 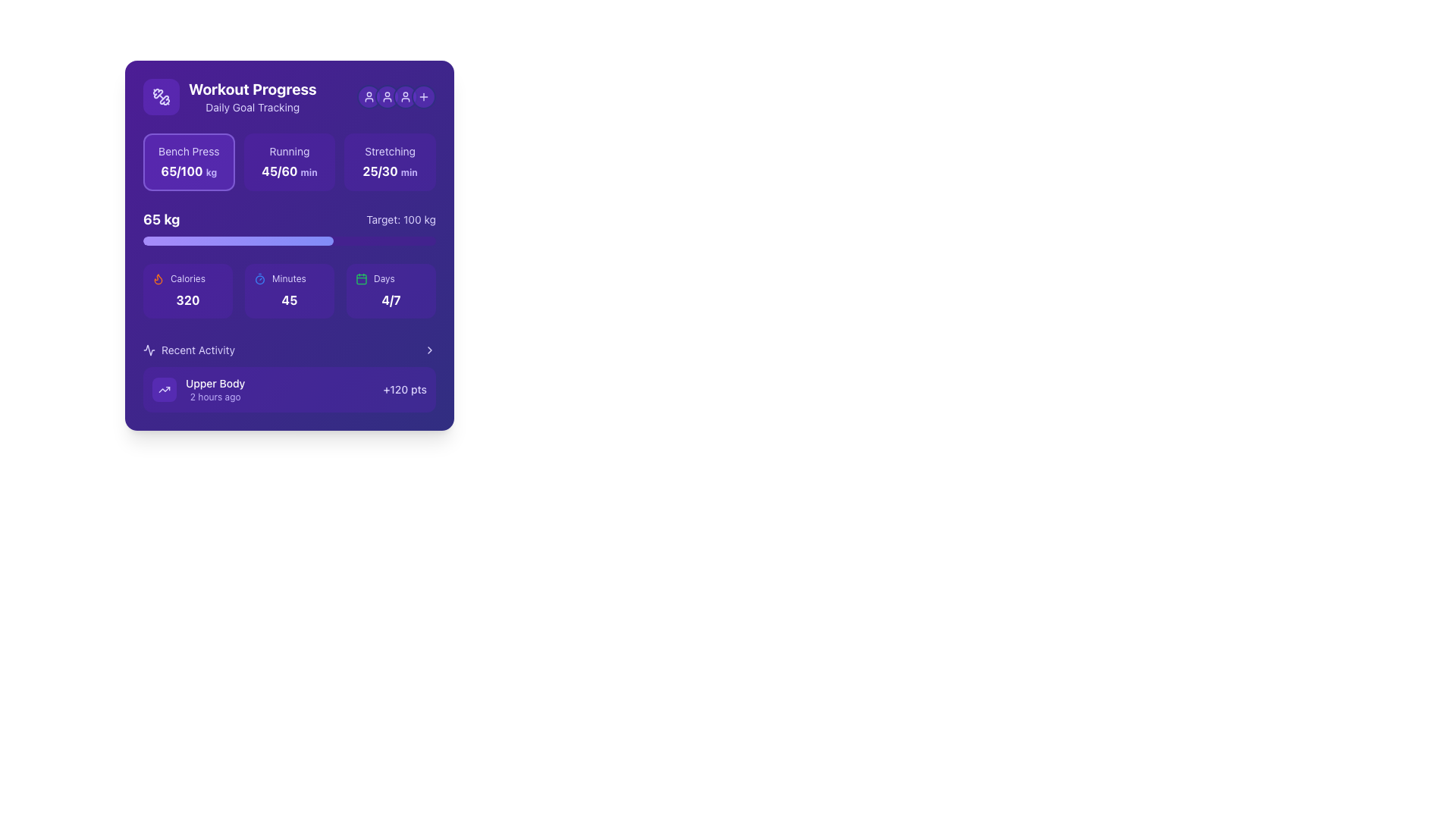 What do you see at coordinates (188, 152) in the screenshot?
I see `text label displaying 'Bench Press' which is styled in violet font and positioned at the top-left of a violet-highlighted card block` at bounding box center [188, 152].